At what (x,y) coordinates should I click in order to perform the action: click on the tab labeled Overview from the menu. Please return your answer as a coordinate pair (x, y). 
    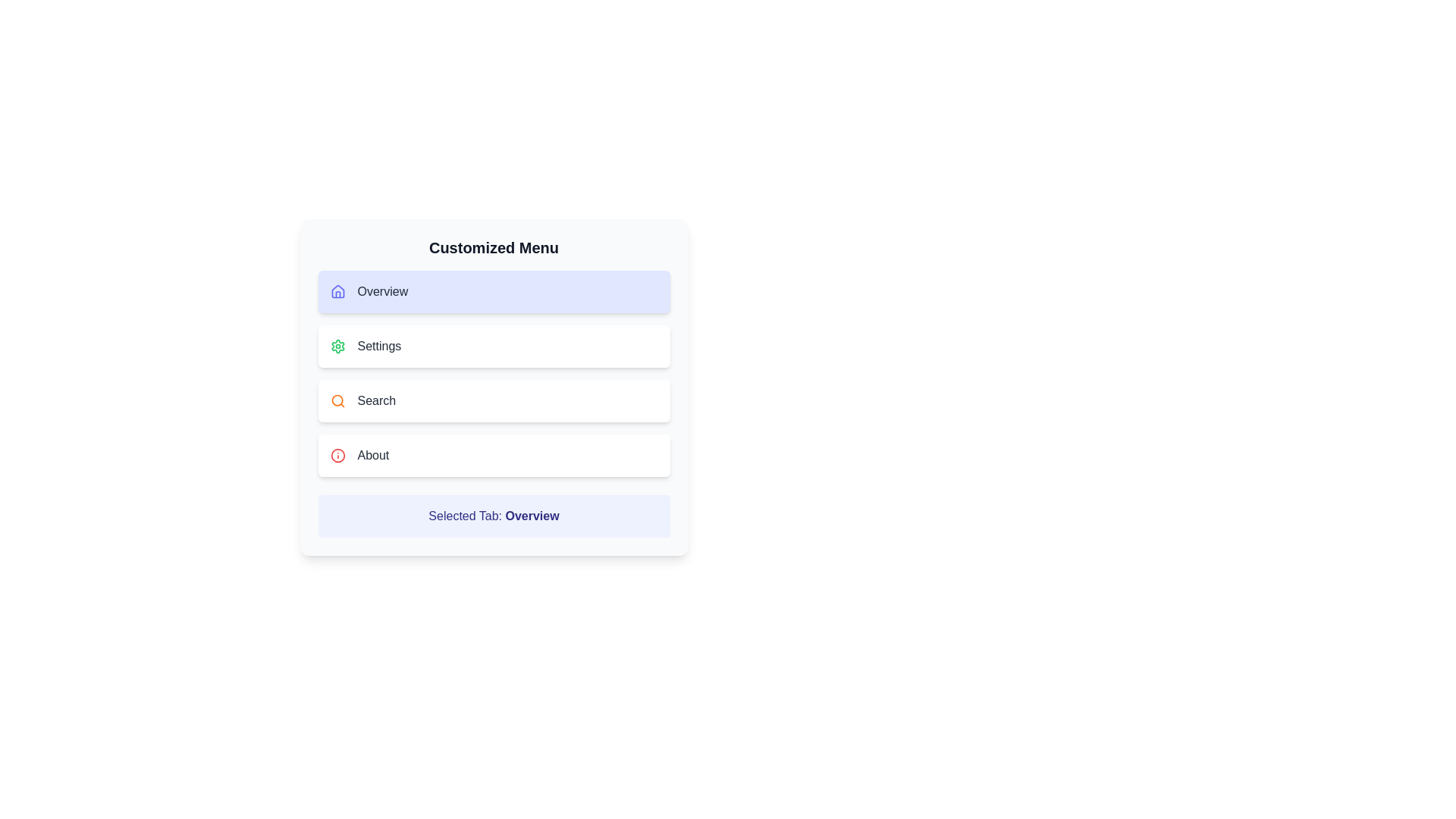
    Looking at the image, I should click on (494, 292).